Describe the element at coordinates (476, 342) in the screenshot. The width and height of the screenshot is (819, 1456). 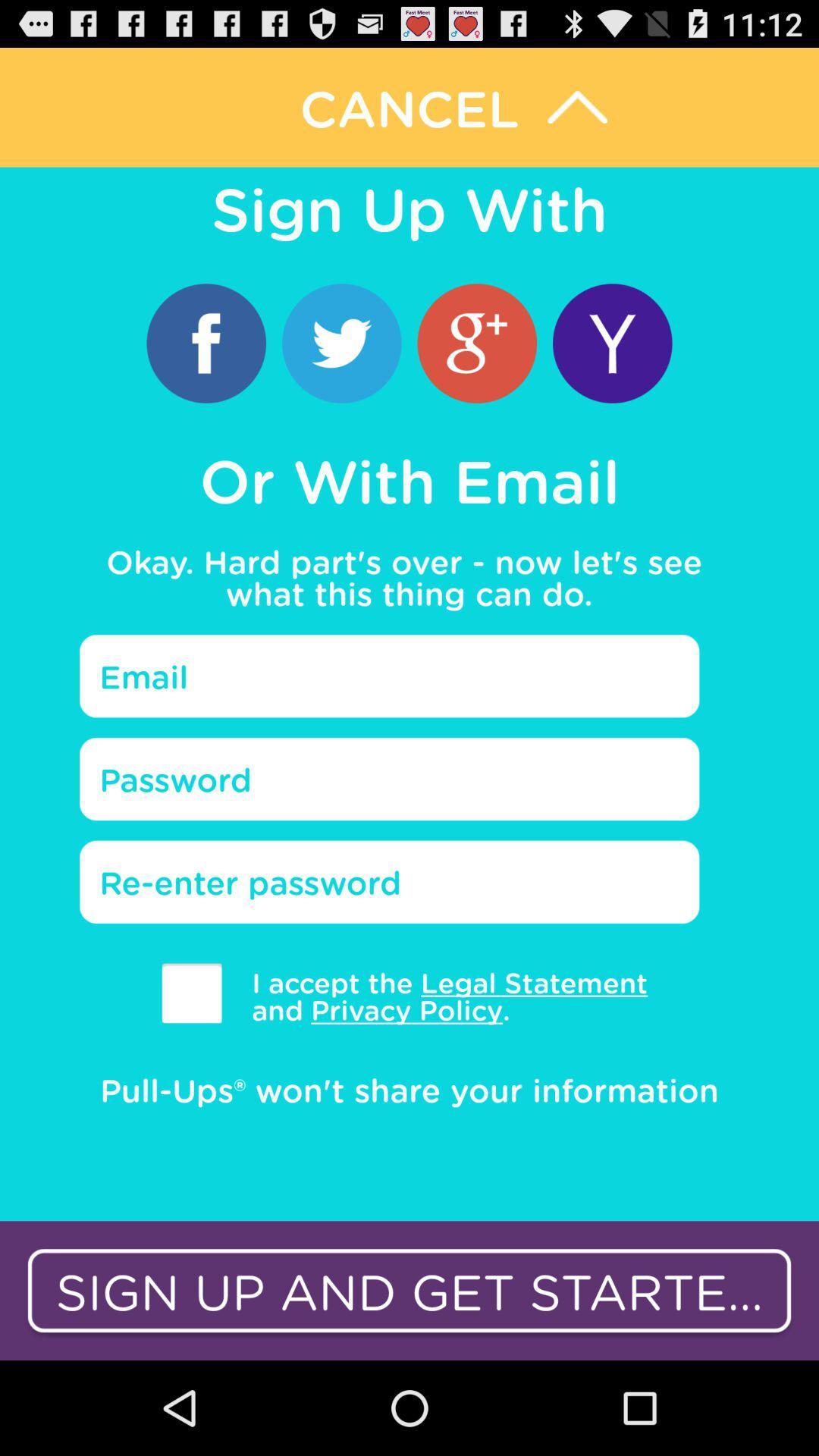
I see `sign up with google+` at that location.